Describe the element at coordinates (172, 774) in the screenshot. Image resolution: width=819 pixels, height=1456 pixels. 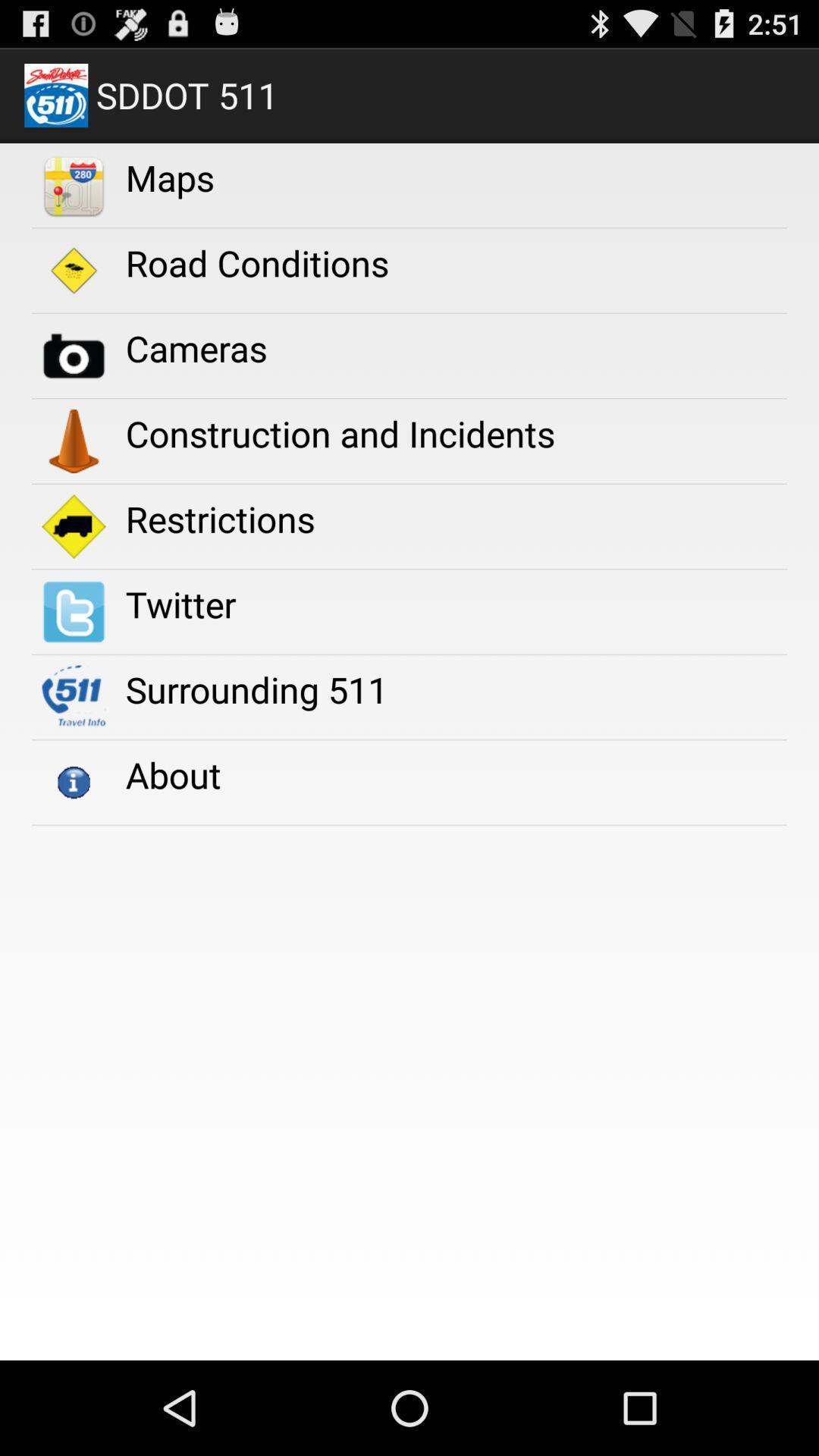
I see `the about` at that location.